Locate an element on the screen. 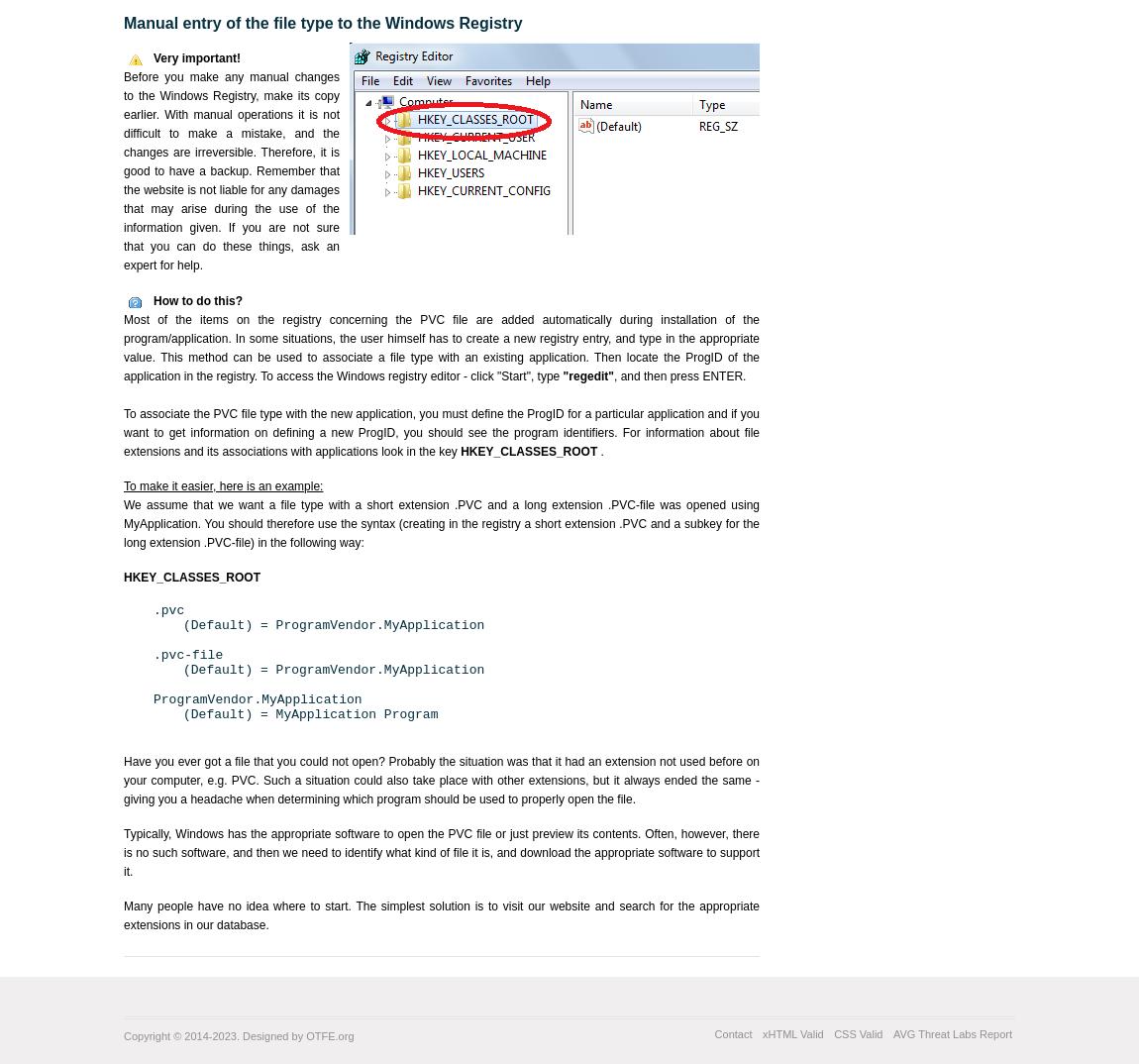 This screenshot has height=1064, width=1139. '(Default) = MyApplication Program' is located at coordinates (310, 714).